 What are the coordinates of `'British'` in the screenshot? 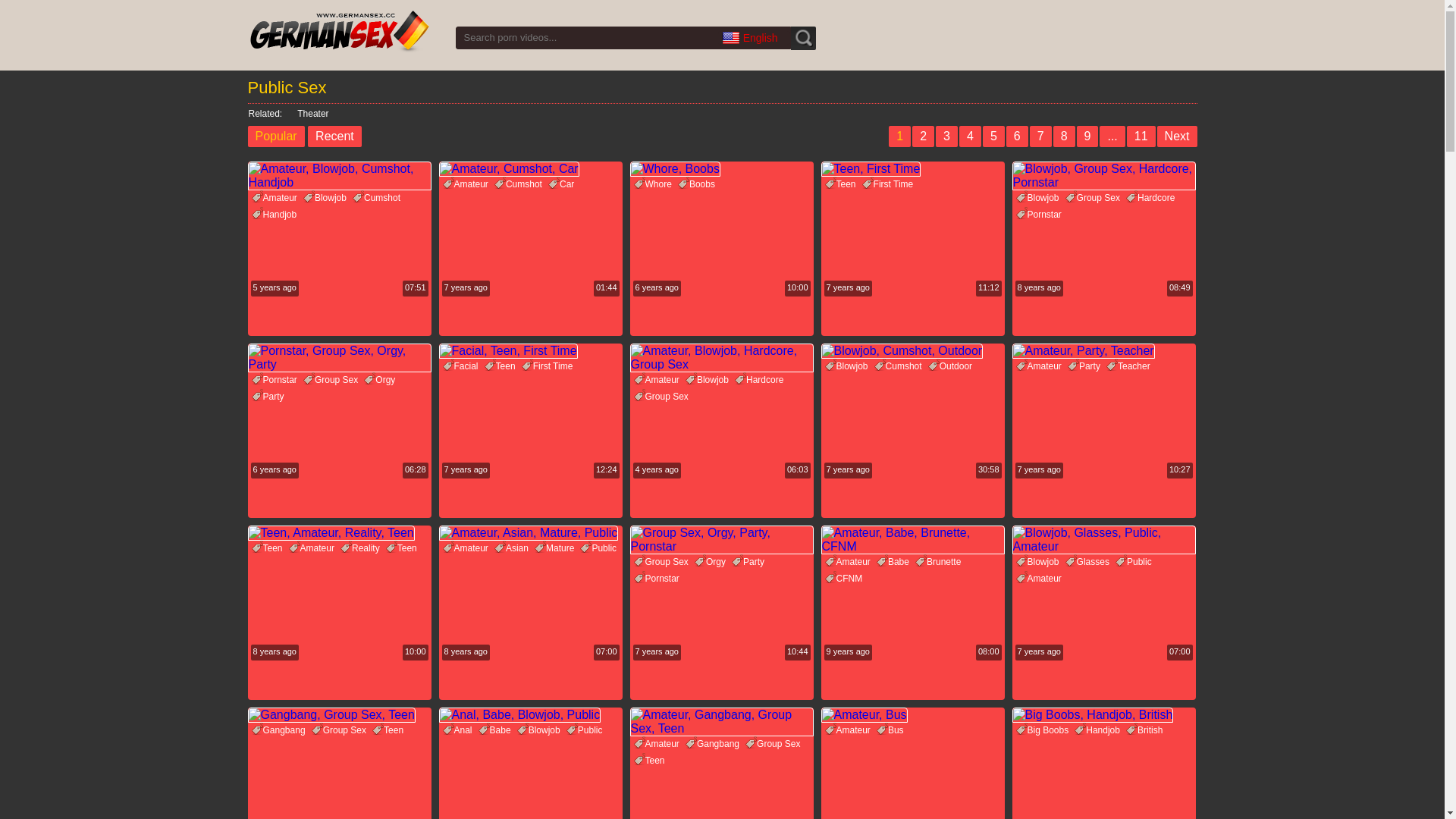 It's located at (1146, 730).